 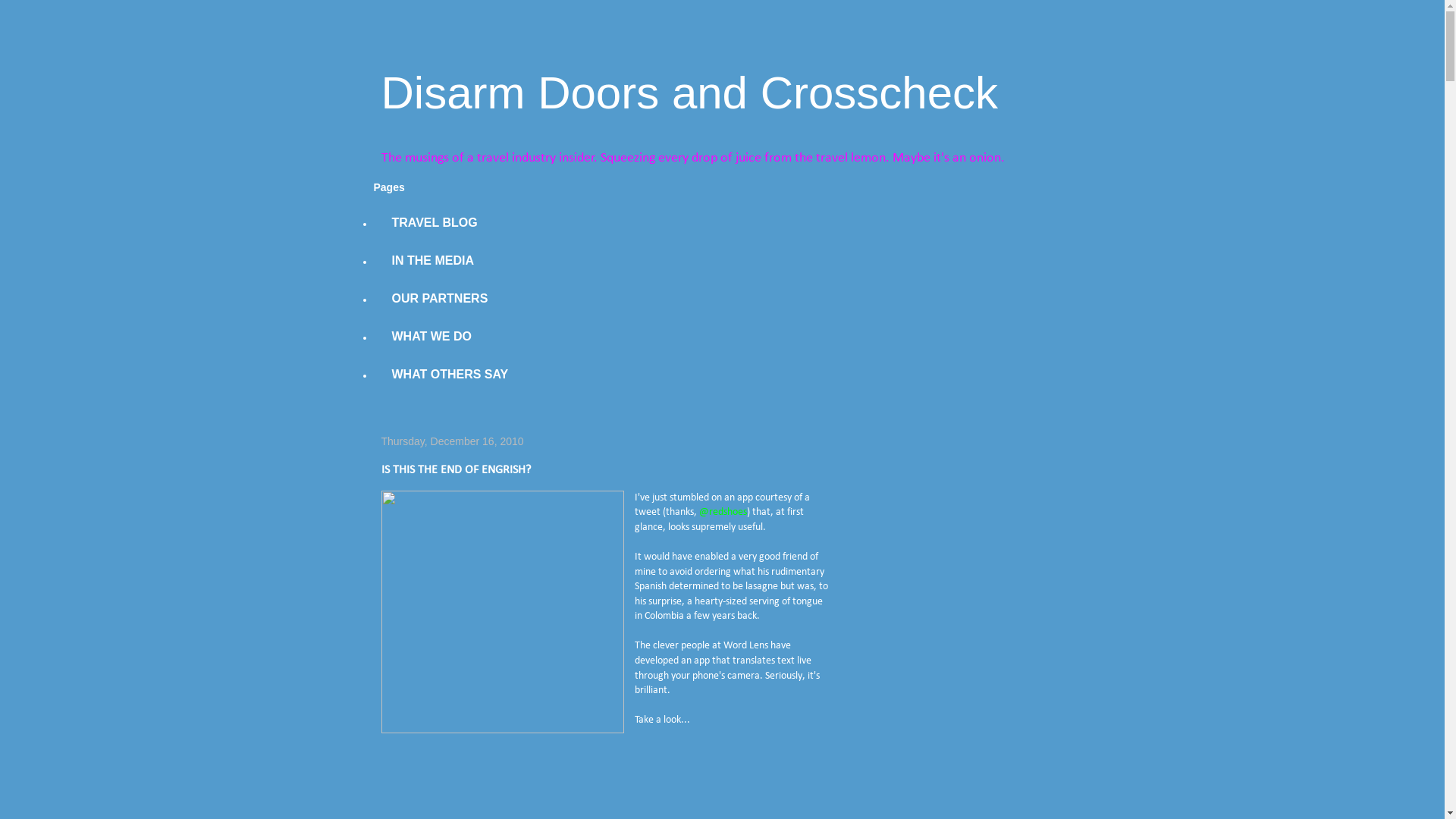 I want to click on 'WHAT WE DO', so click(x=430, y=335).